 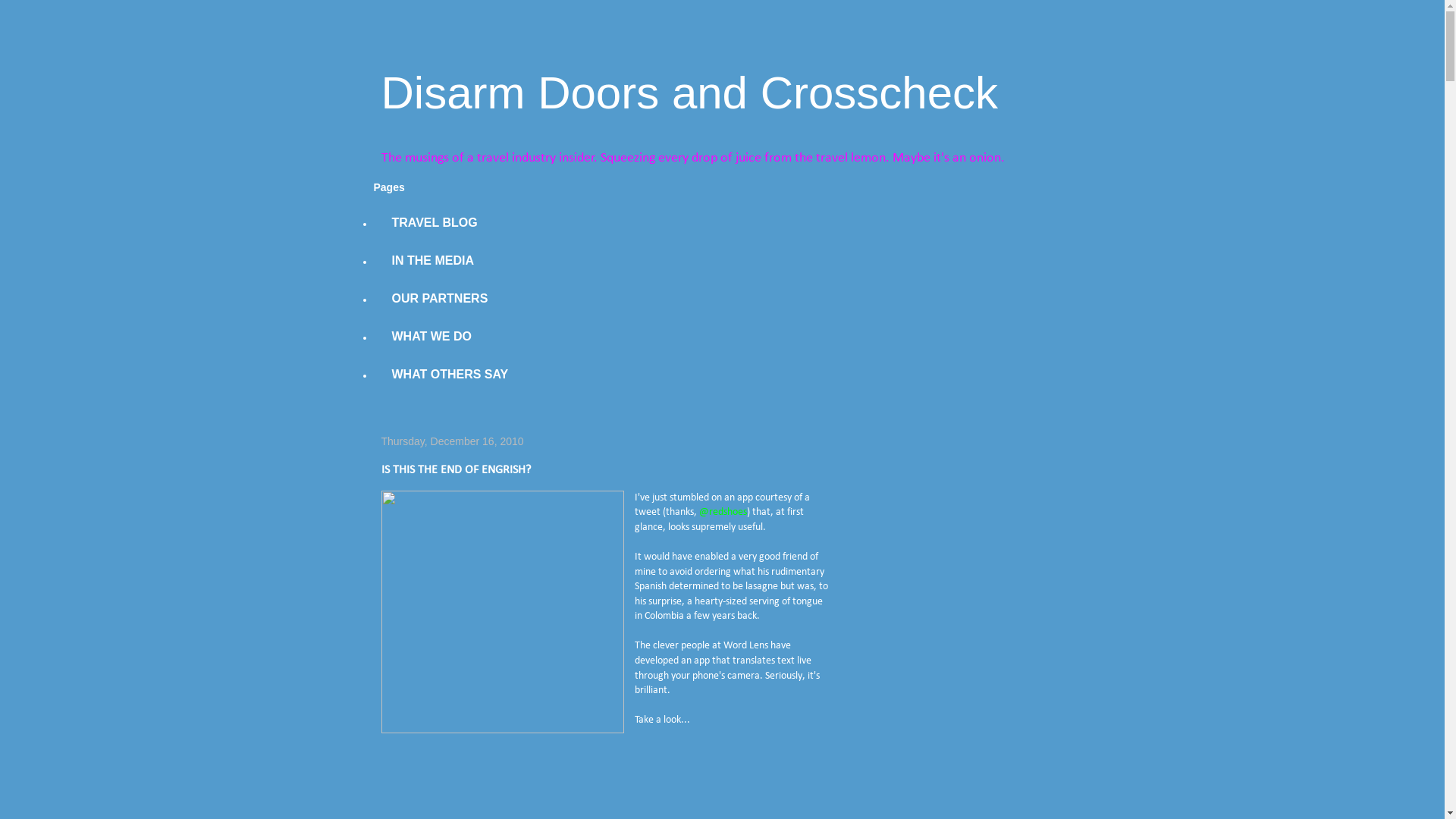 I want to click on 'WHAT WE DO', so click(x=430, y=335).